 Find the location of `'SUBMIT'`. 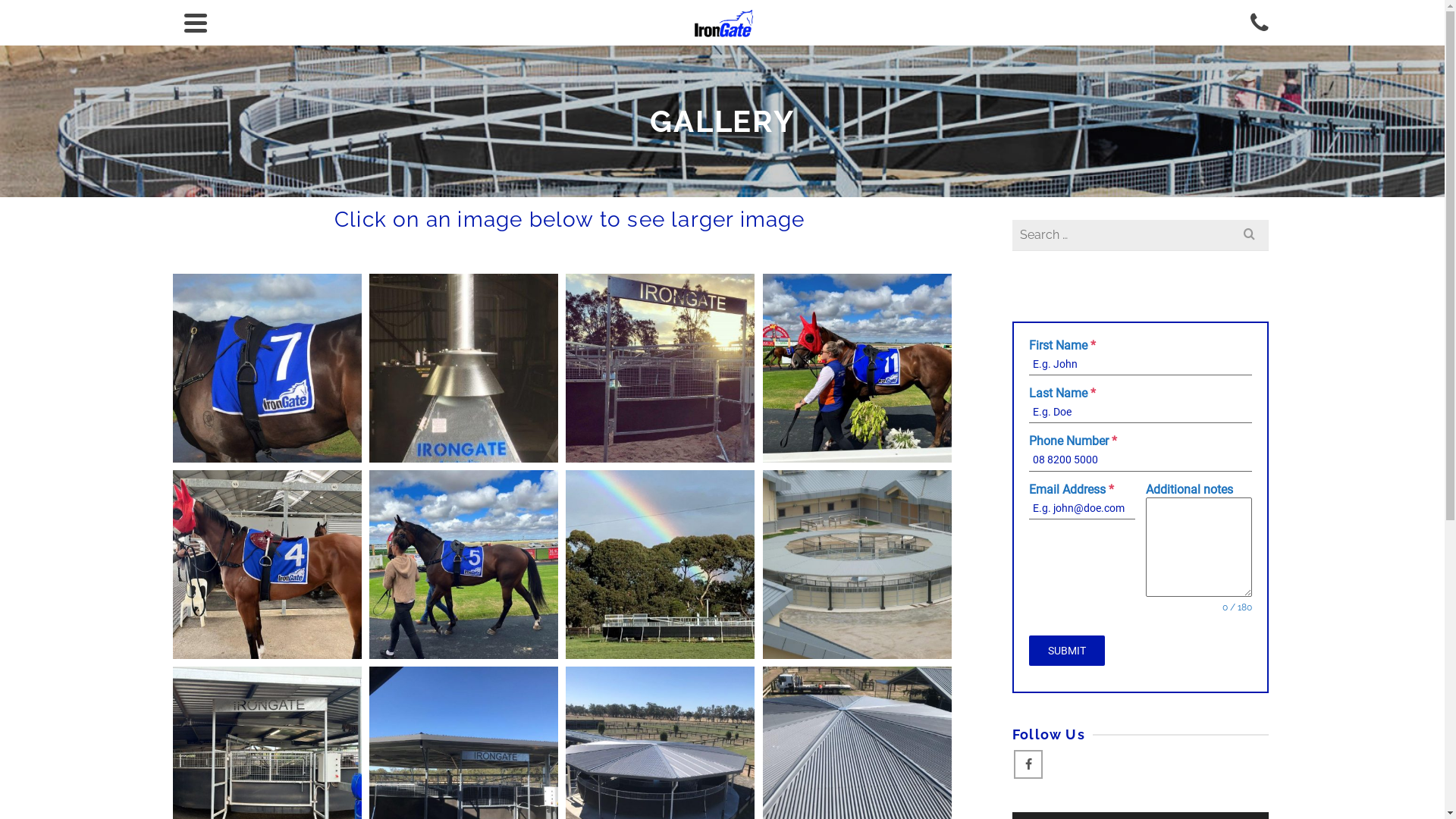

'SUBMIT' is located at coordinates (1065, 649).